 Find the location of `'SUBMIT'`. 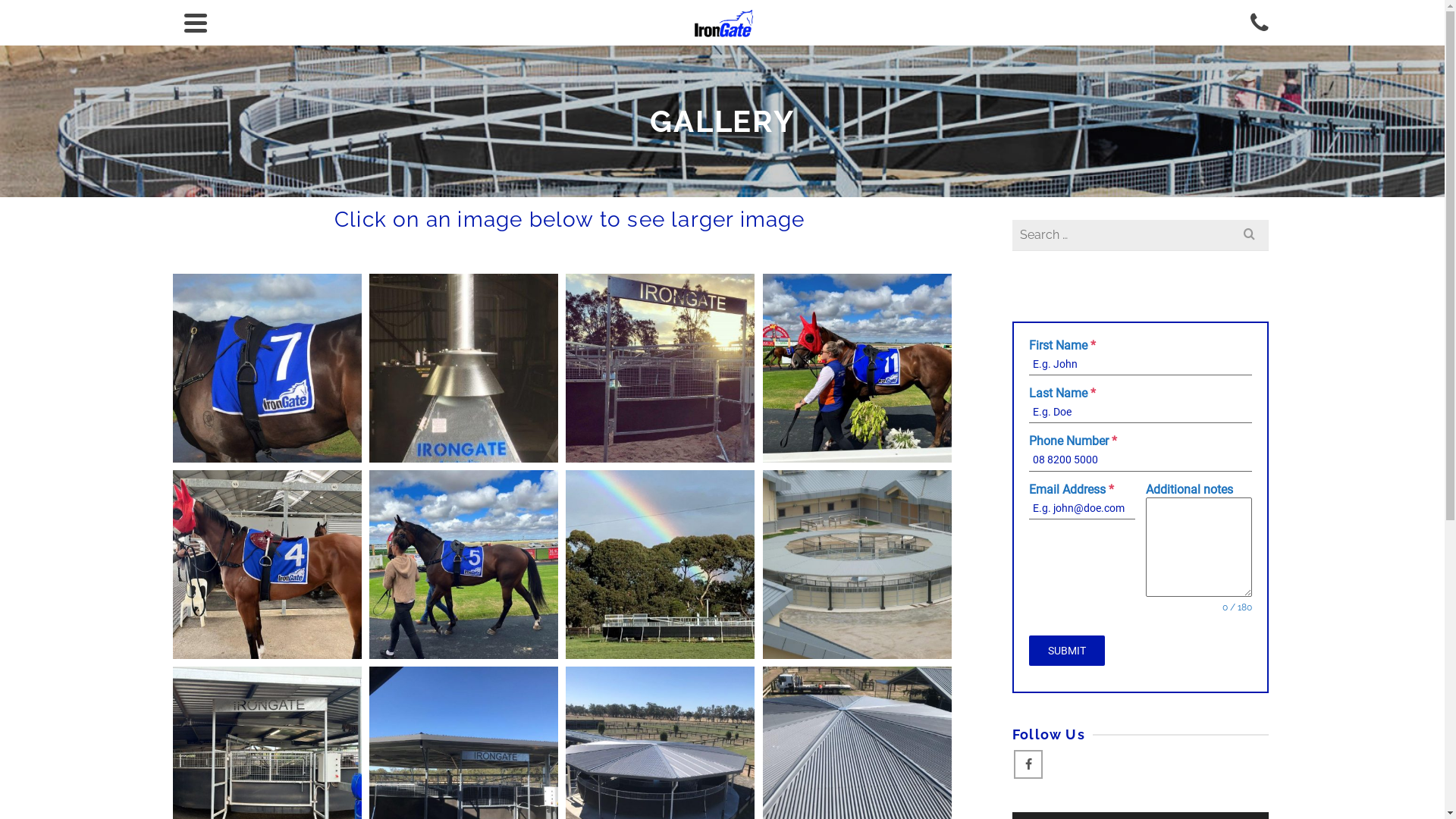

'SUBMIT' is located at coordinates (1065, 649).